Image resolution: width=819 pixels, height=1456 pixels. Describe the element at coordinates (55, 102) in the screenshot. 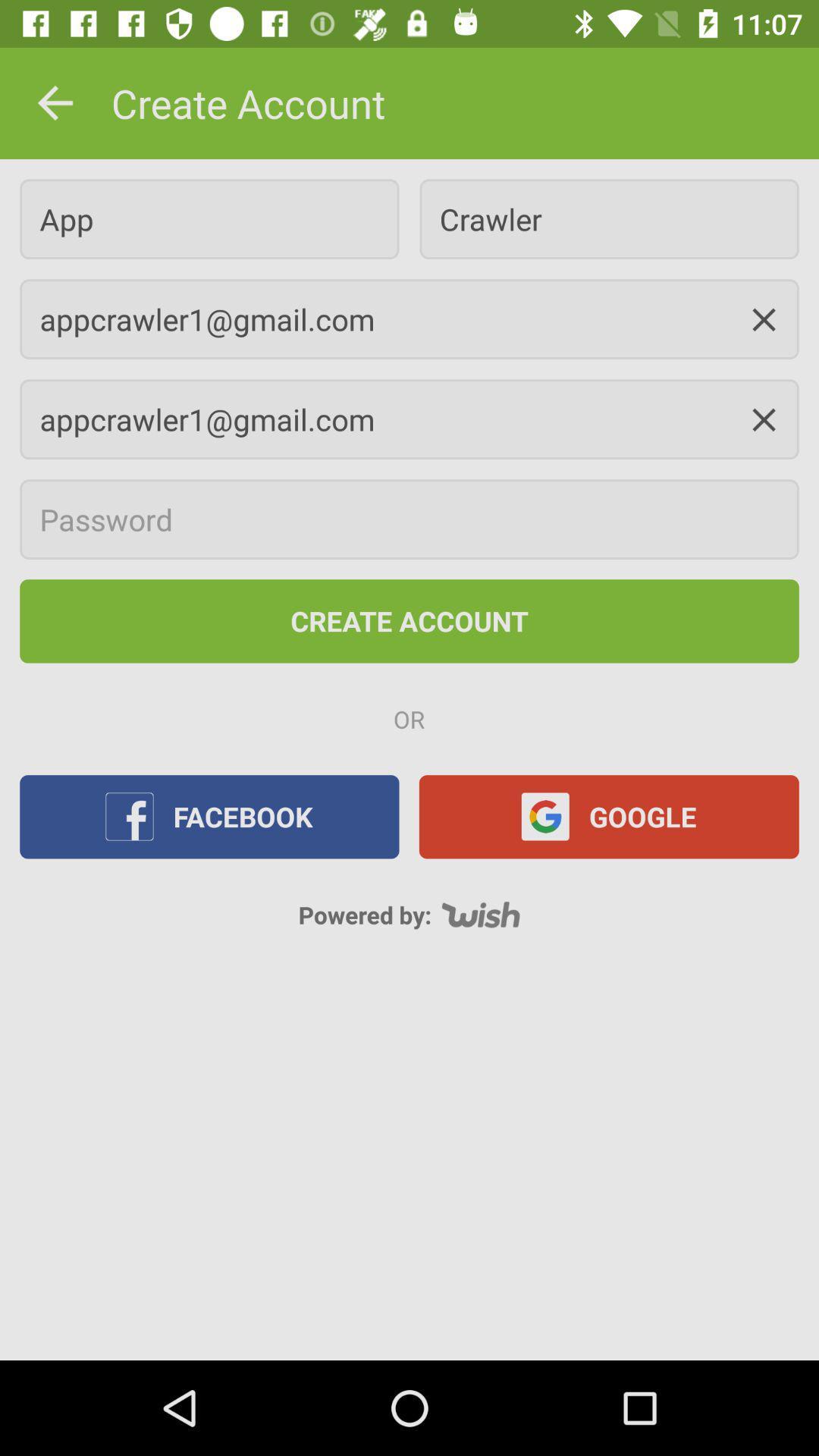

I see `the icon next to create account item` at that location.